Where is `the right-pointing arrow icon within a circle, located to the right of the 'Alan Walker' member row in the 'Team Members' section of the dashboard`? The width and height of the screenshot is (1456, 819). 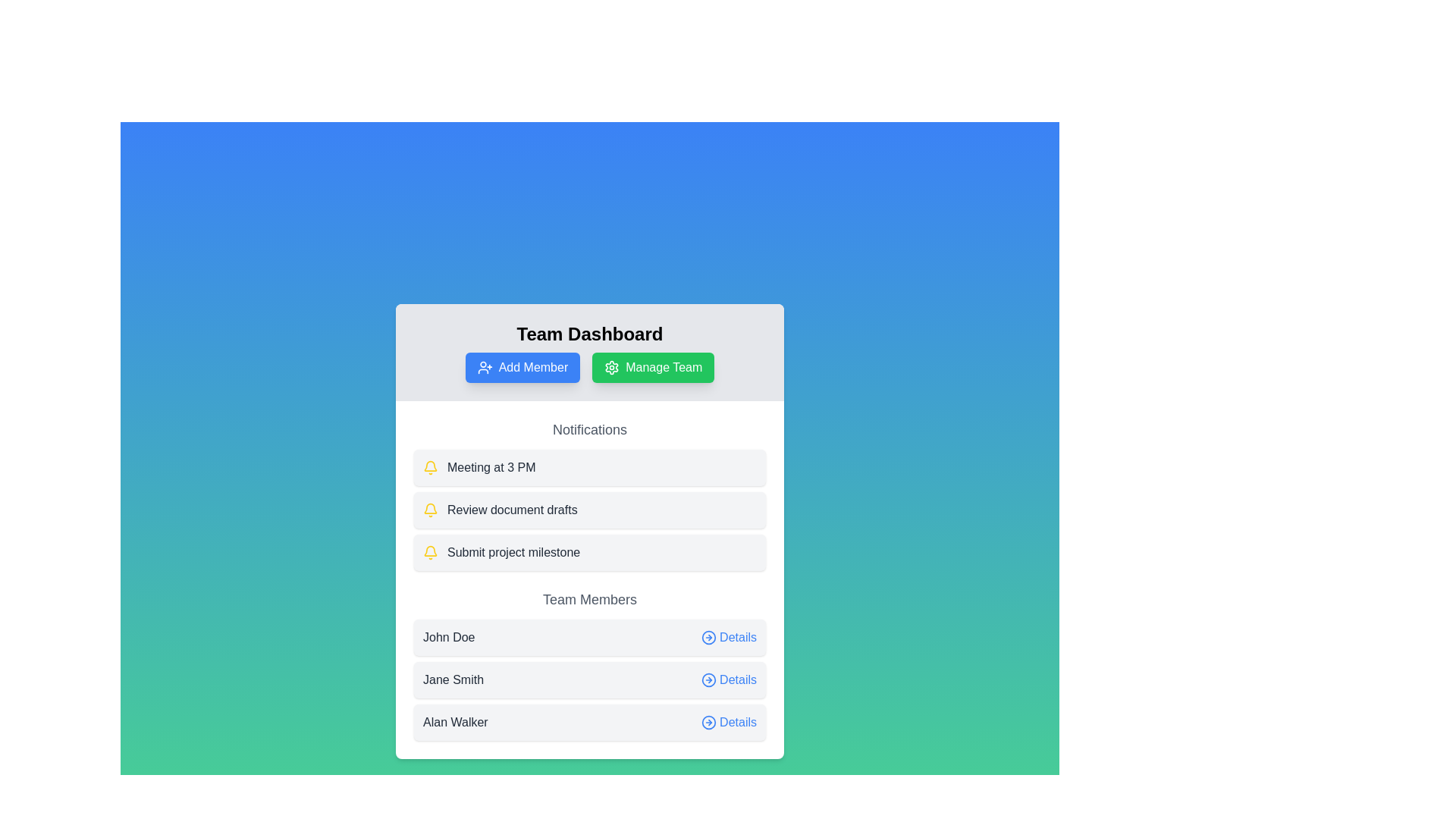
the right-pointing arrow icon within a circle, located to the right of the 'Alan Walker' member row in the 'Team Members' section of the dashboard is located at coordinates (708, 721).